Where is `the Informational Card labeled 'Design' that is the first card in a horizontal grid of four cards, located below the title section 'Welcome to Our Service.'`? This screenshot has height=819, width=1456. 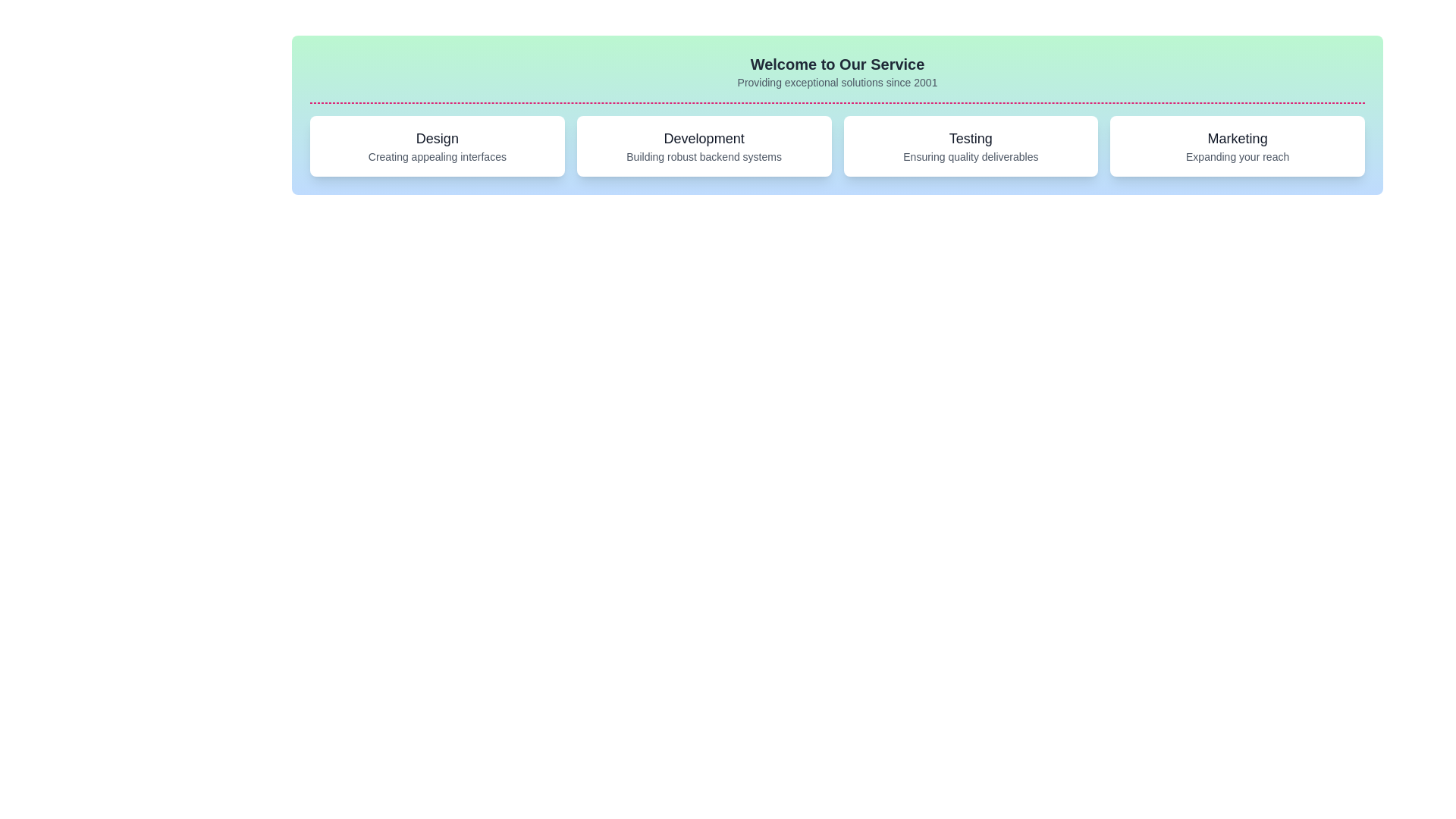
the Informational Card labeled 'Design' that is the first card in a horizontal grid of four cards, located below the title section 'Welcome to Our Service.' is located at coordinates (436, 146).